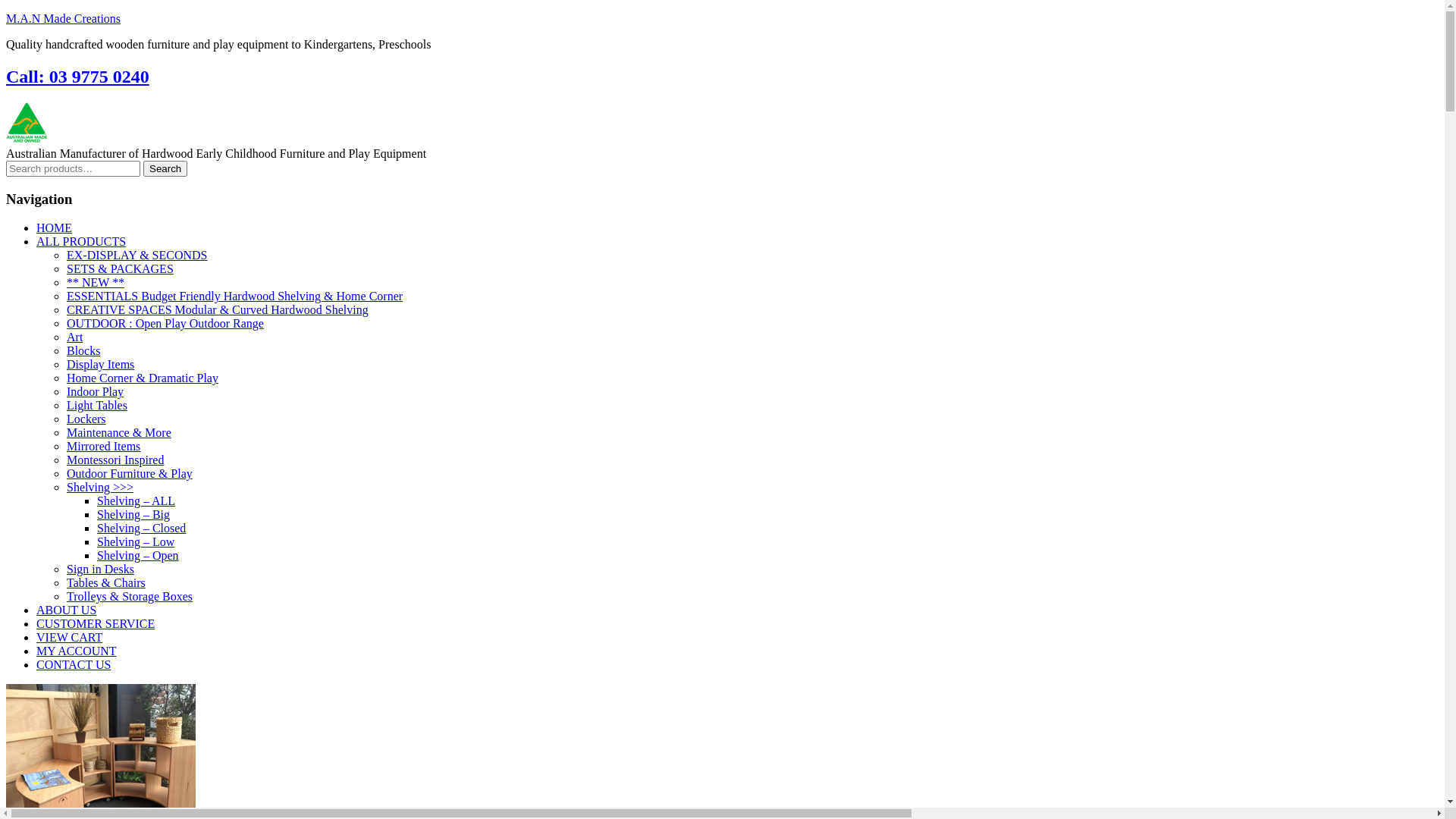 The height and width of the screenshot is (819, 1456). I want to click on 'Call: 03 9775 0240', so click(77, 76).